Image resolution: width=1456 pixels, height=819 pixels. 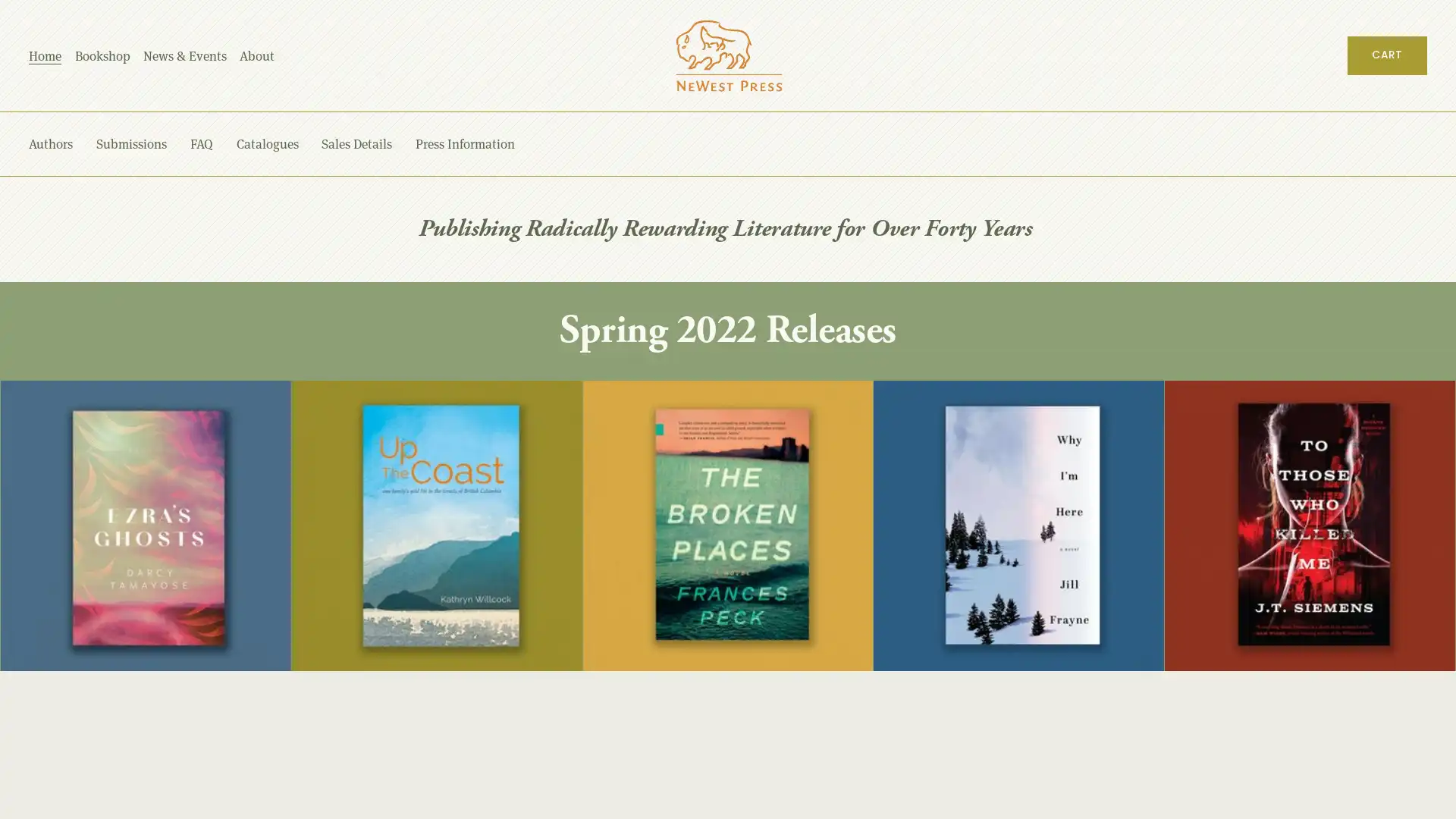 I want to click on Close, so click(x=1379, y=416).